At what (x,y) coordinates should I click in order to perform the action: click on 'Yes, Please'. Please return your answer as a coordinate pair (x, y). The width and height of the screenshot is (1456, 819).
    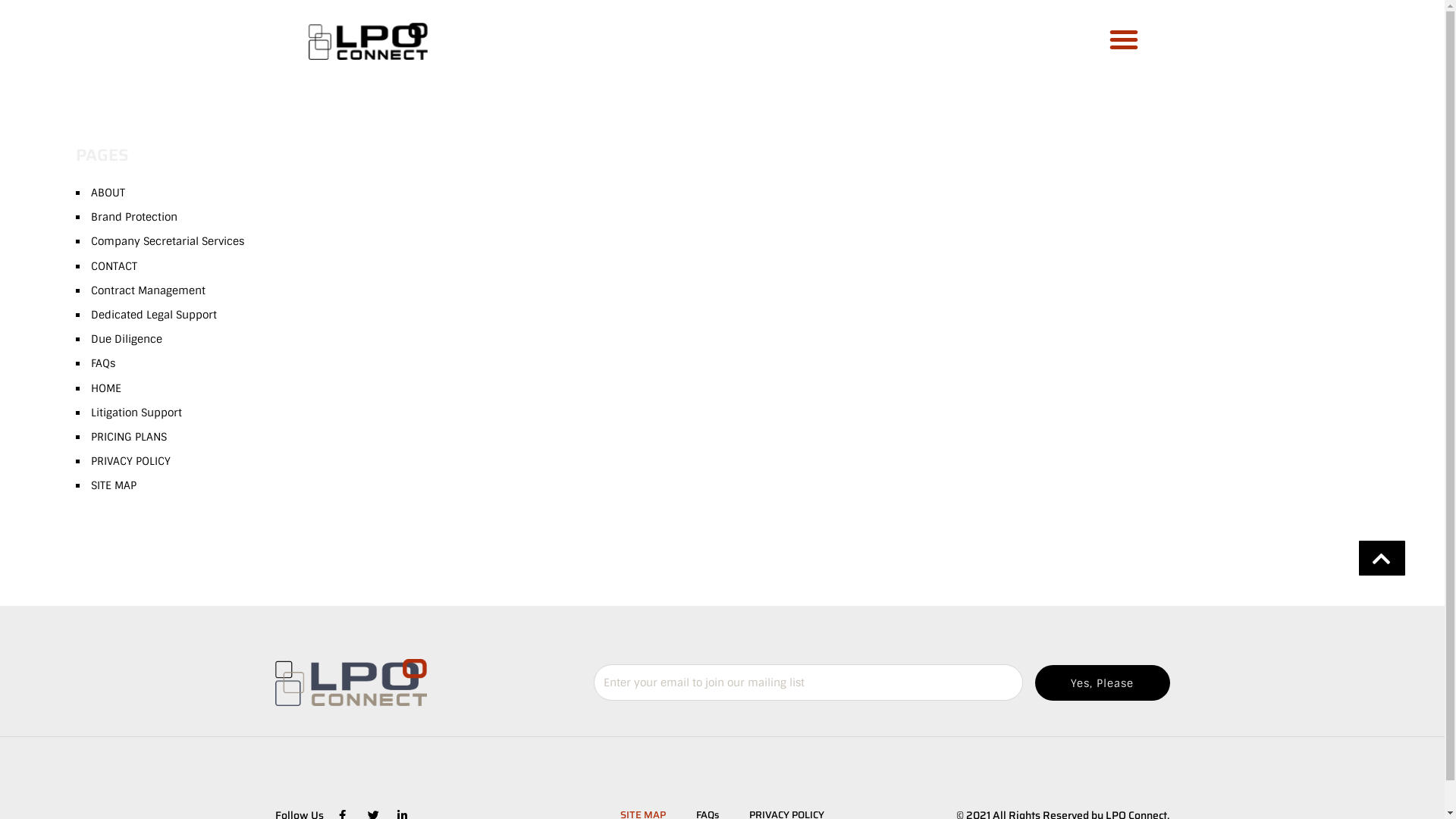
    Looking at the image, I should click on (1102, 682).